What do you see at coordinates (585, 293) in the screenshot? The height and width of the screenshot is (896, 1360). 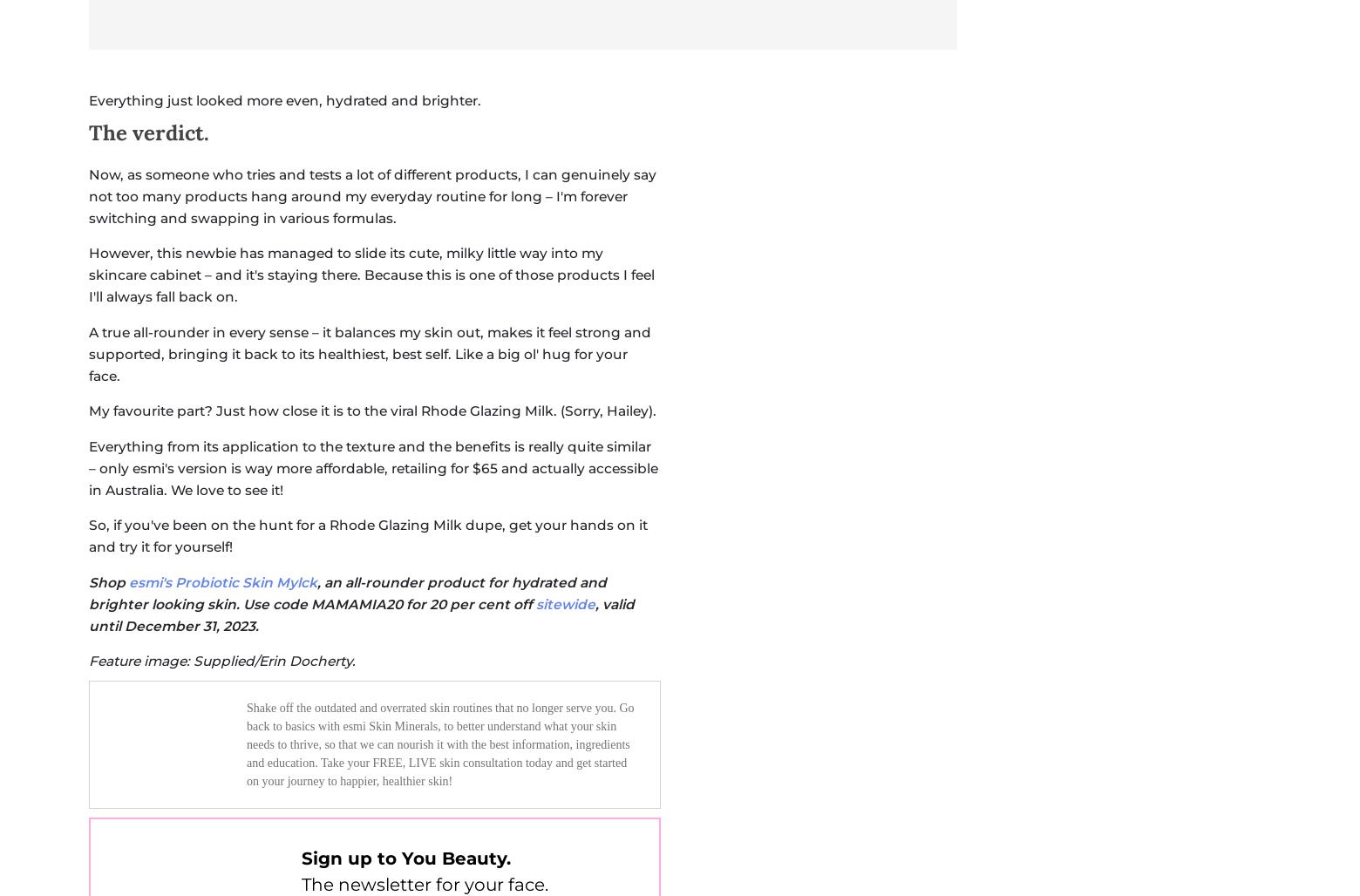 I see `'Beauty'` at bounding box center [585, 293].